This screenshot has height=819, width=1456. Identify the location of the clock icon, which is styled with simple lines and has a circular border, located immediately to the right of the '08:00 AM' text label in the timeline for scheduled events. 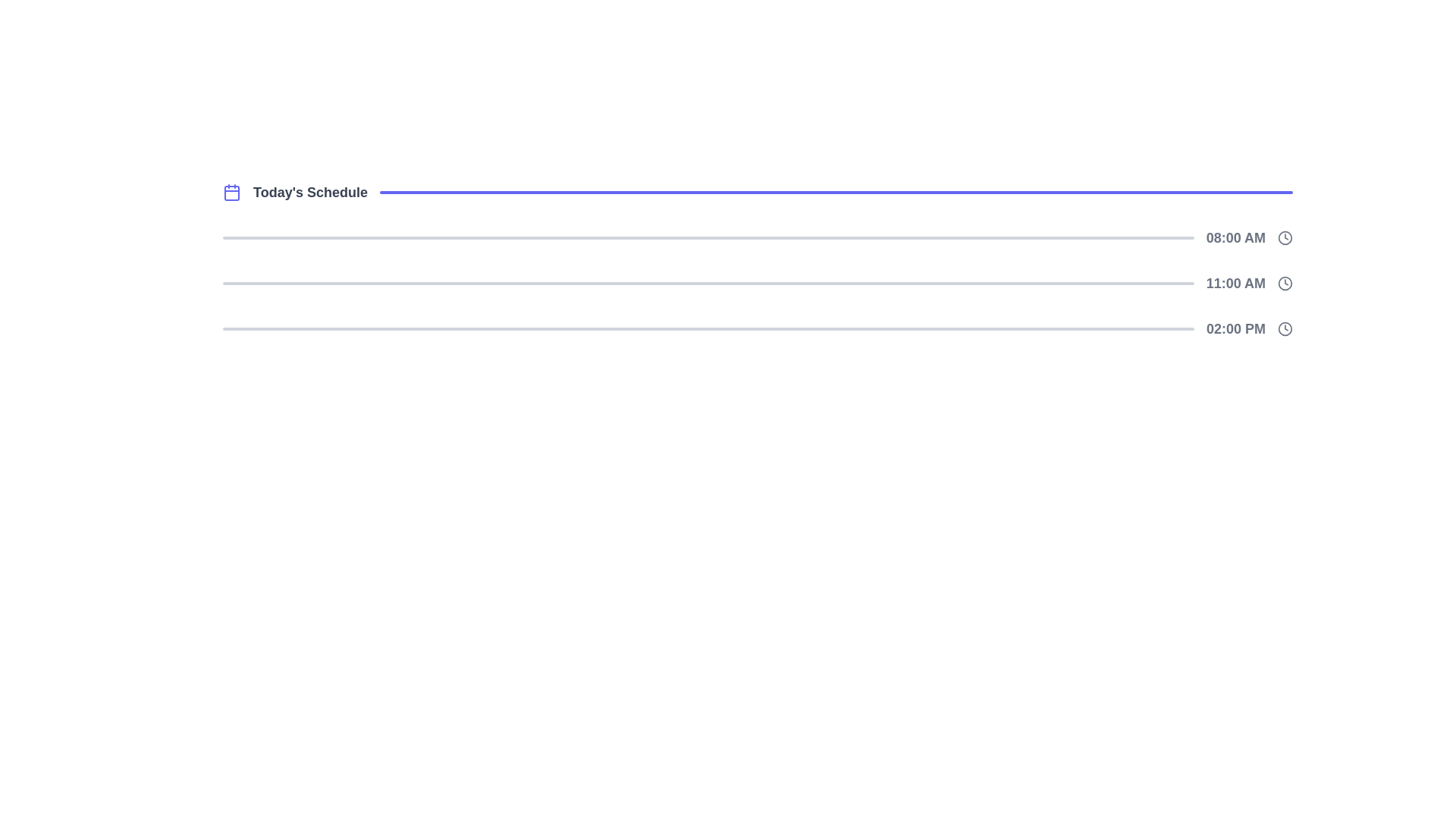
(1284, 237).